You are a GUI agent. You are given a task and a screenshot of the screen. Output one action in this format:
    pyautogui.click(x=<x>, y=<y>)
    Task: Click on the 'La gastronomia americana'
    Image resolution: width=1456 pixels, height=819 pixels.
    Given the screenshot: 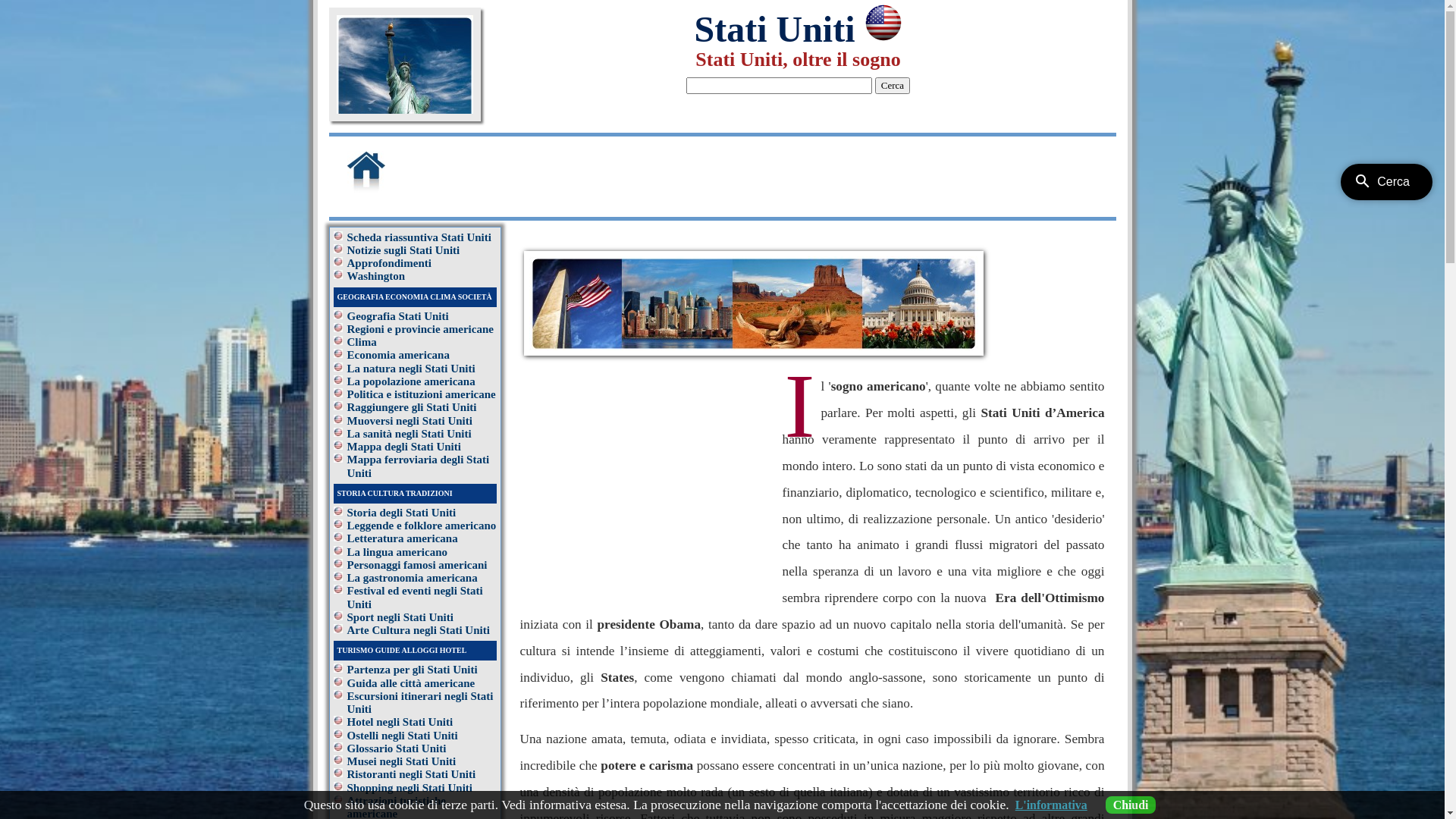 What is the action you would take?
    pyautogui.click(x=346, y=578)
    